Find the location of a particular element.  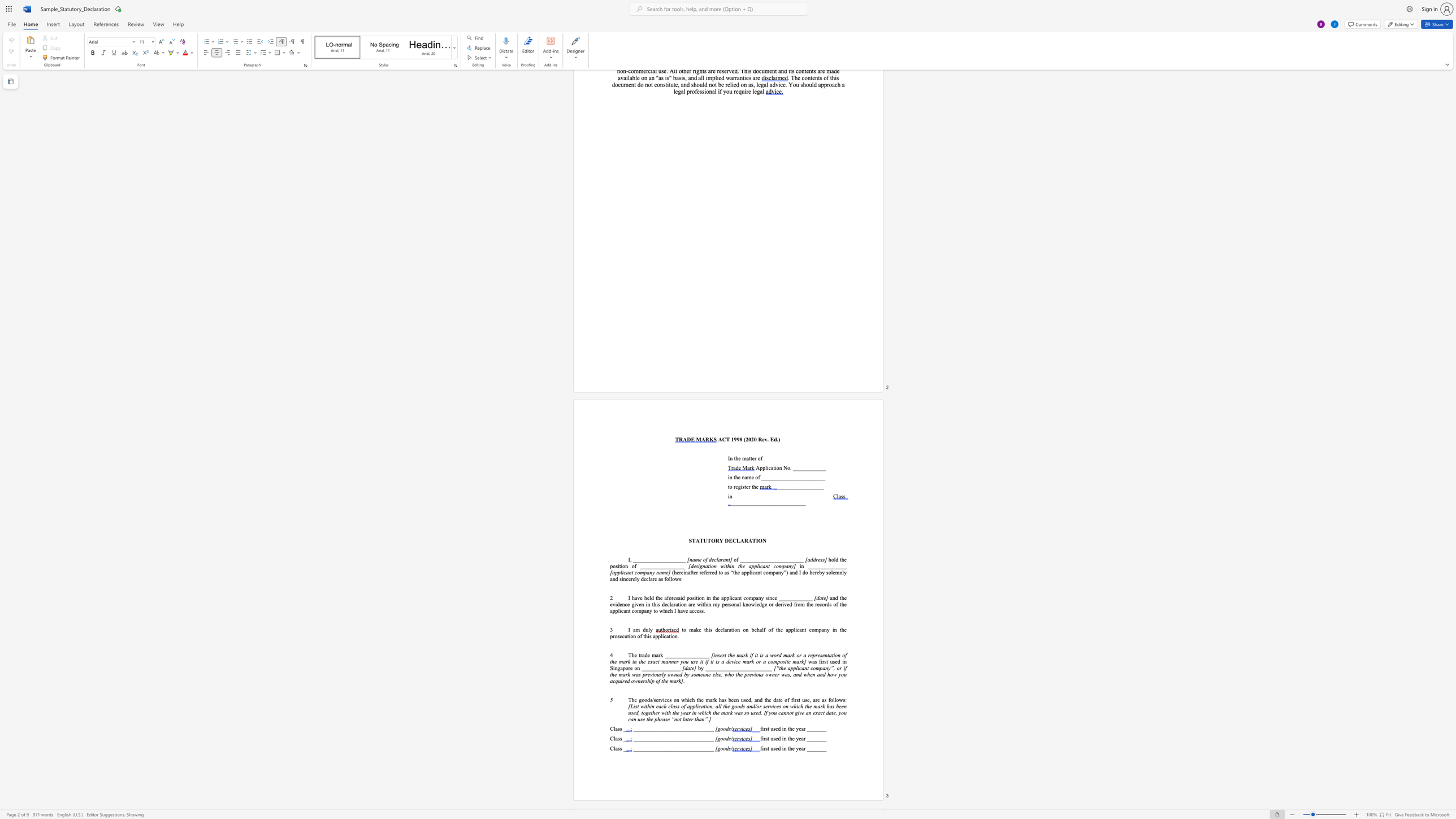

the subset text "cation." within the text "to make this declaration on behalf of the applicant company in the prosecution of this application." is located at coordinates (663, 636).